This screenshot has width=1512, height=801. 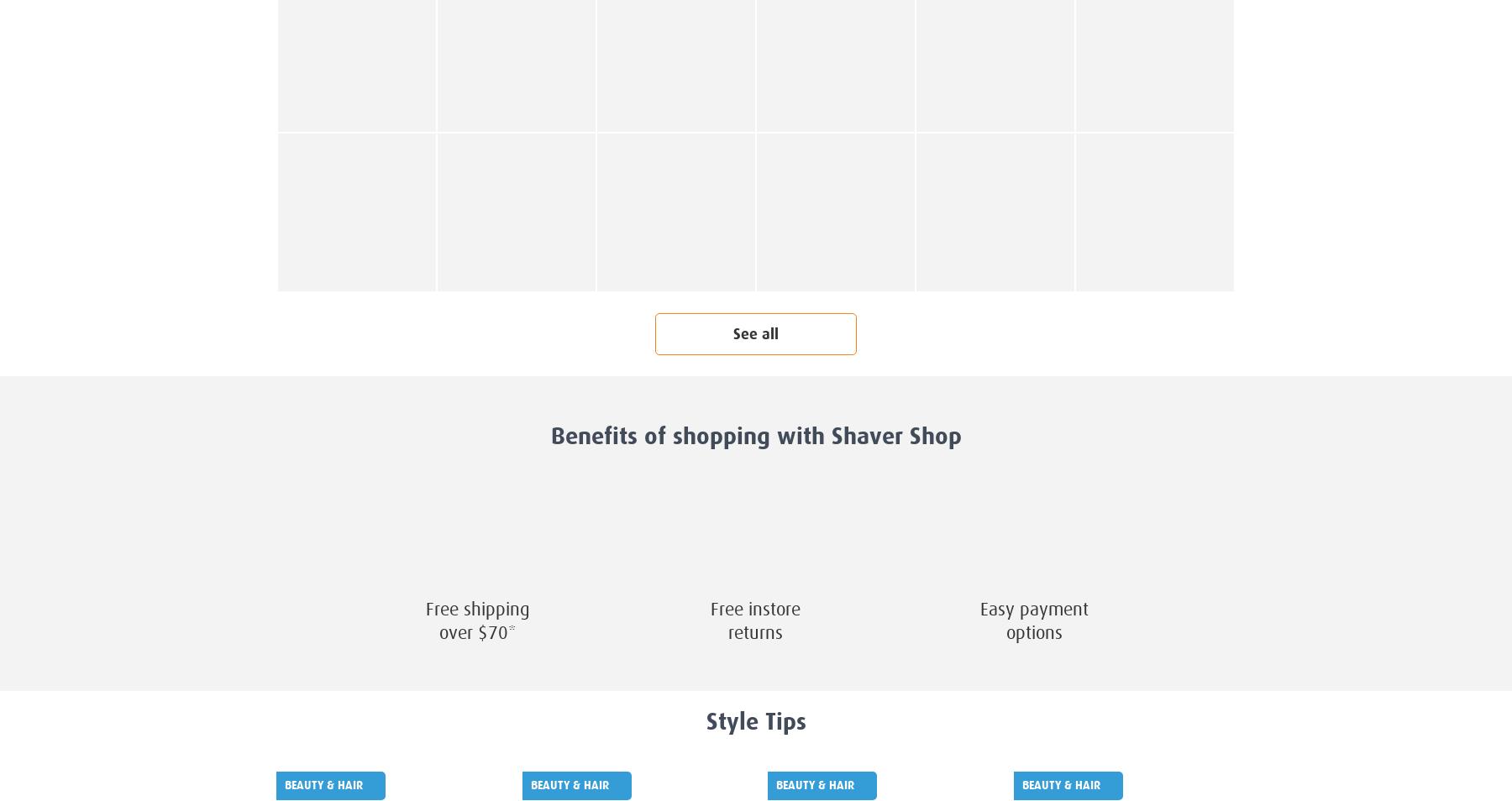 What do you see at coordinates (1032, 609) in the screenshot?
I see `'Easy payment'` at bounding box center [1032, 609].